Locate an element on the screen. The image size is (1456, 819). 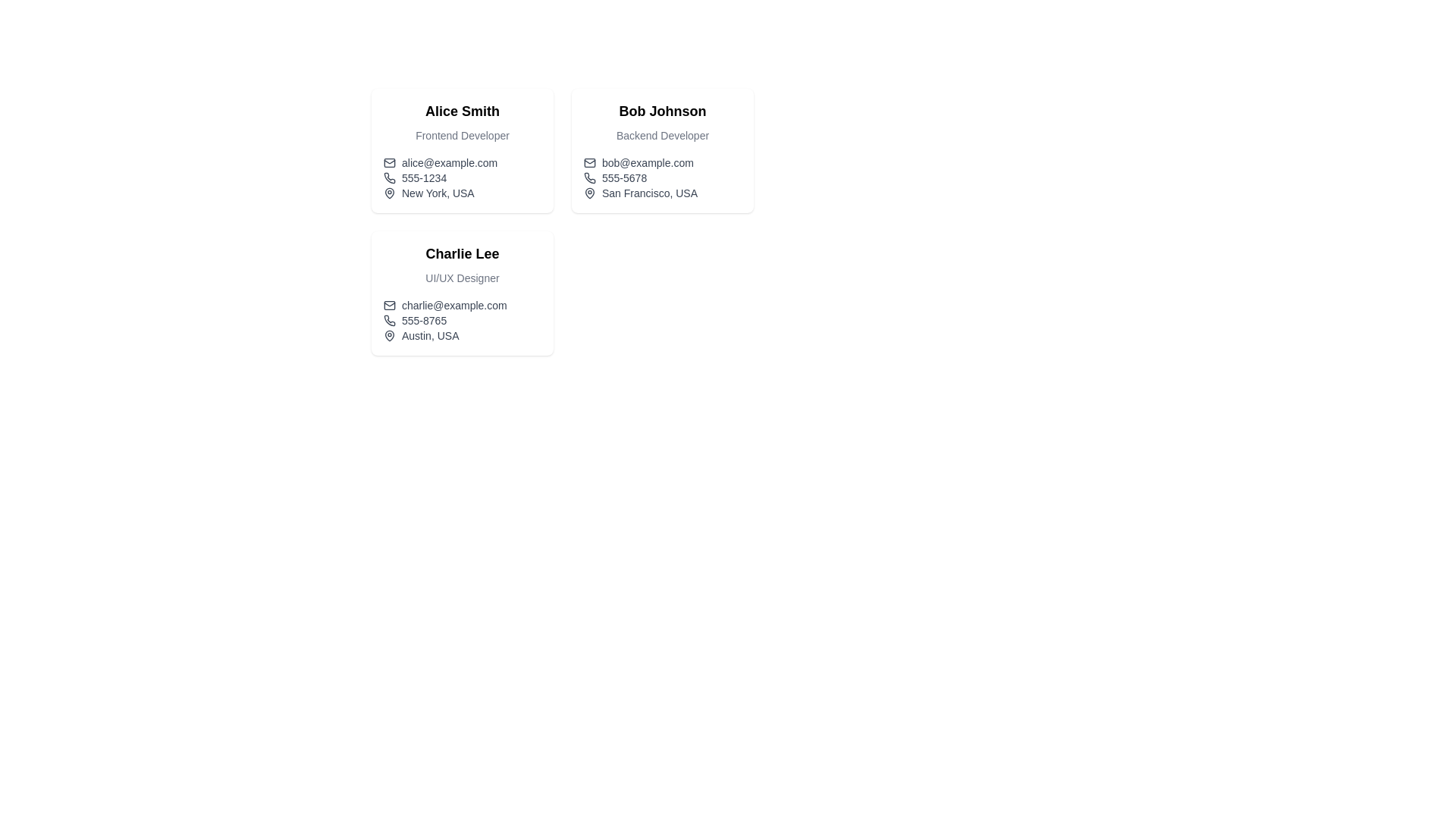
the header text element located at the top of the first user profile card, which indicates the name of the individual is located at coordinates (461, 110).